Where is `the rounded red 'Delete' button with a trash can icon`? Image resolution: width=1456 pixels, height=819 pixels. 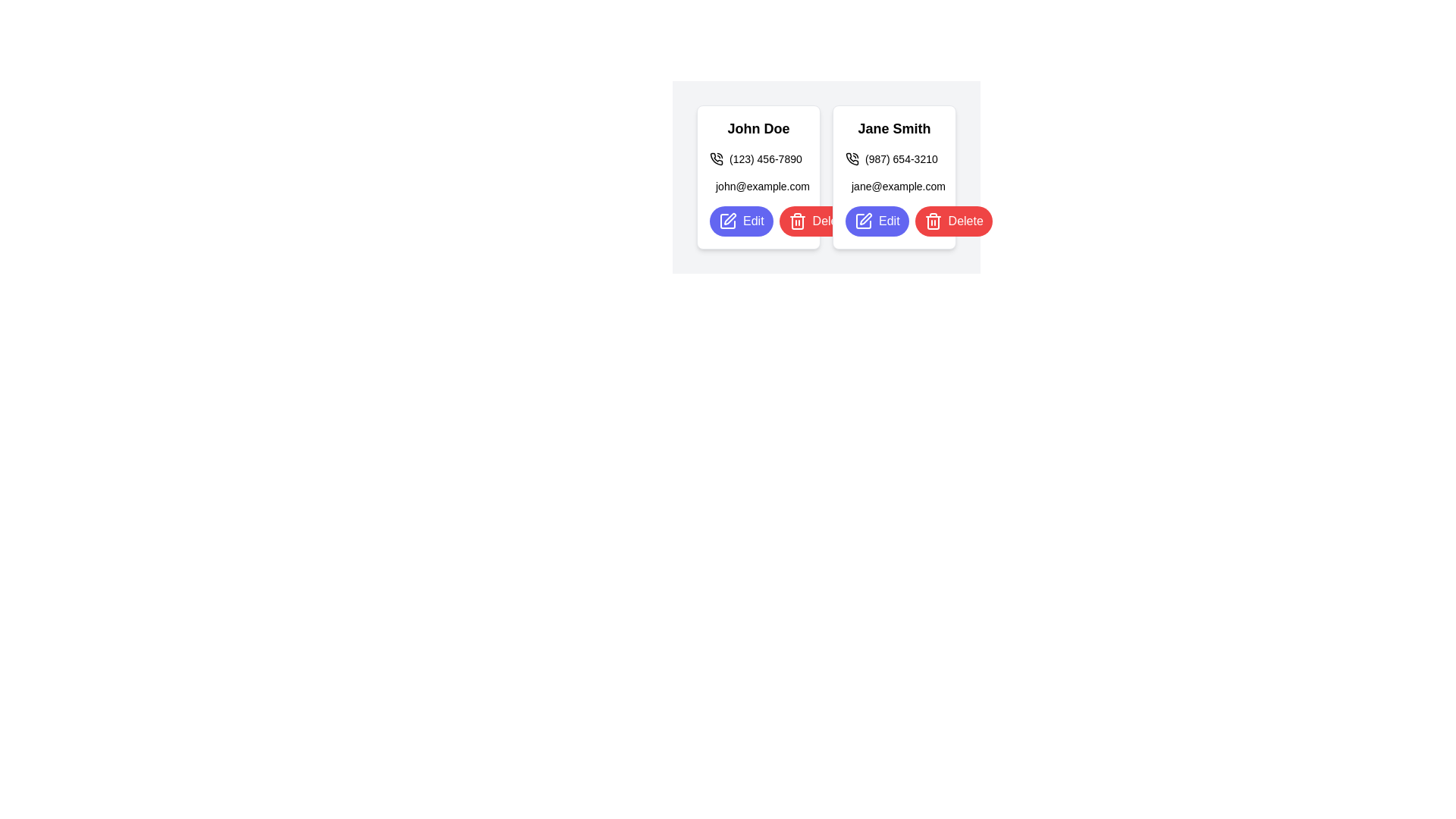
the rounded red 'Delete' button with a trash can icon is located at coordinates (817, 221).